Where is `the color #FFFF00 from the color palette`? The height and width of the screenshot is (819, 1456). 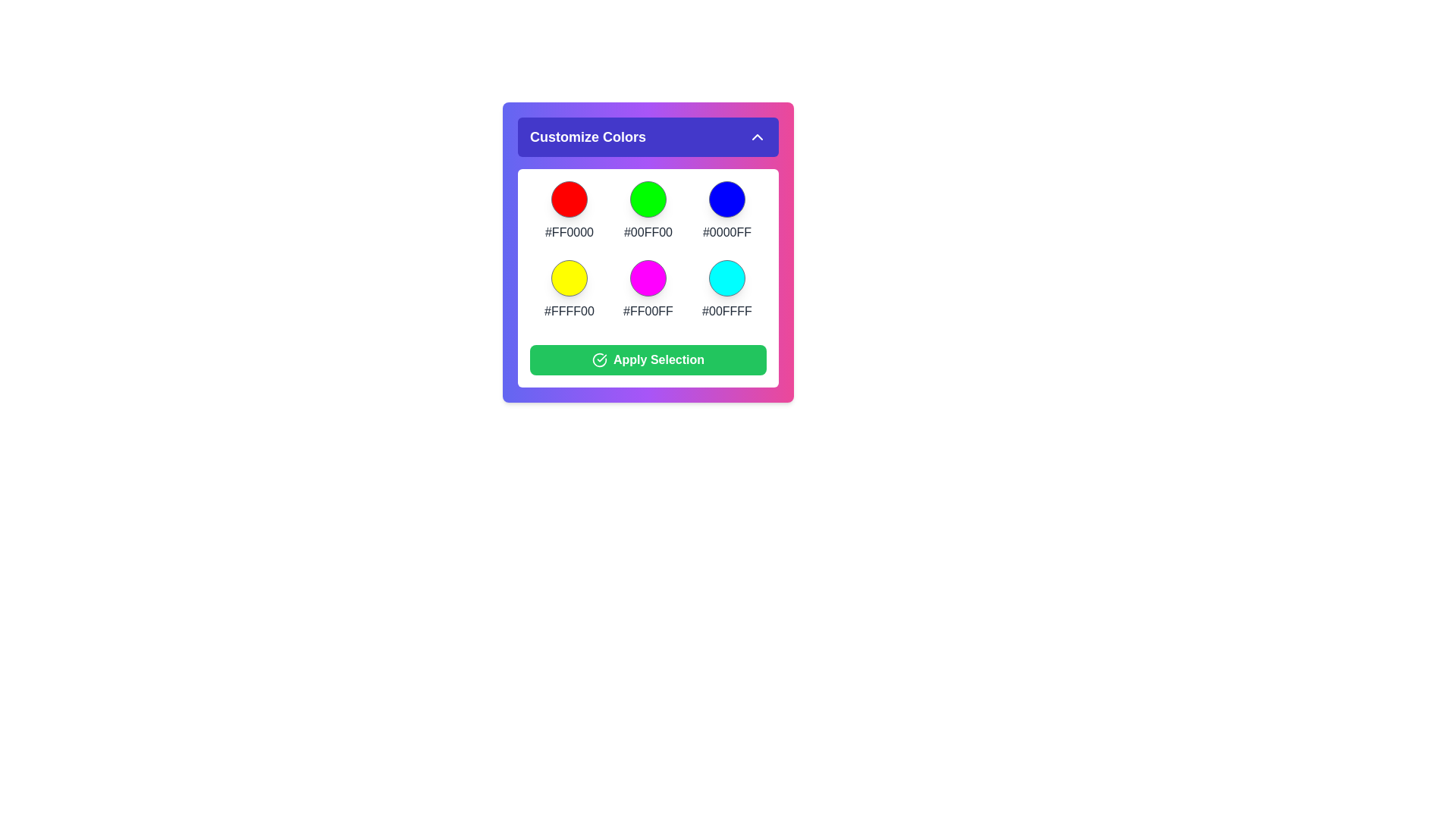 the color #FFFF00 from the color palette is located at coordinates (568, 278).